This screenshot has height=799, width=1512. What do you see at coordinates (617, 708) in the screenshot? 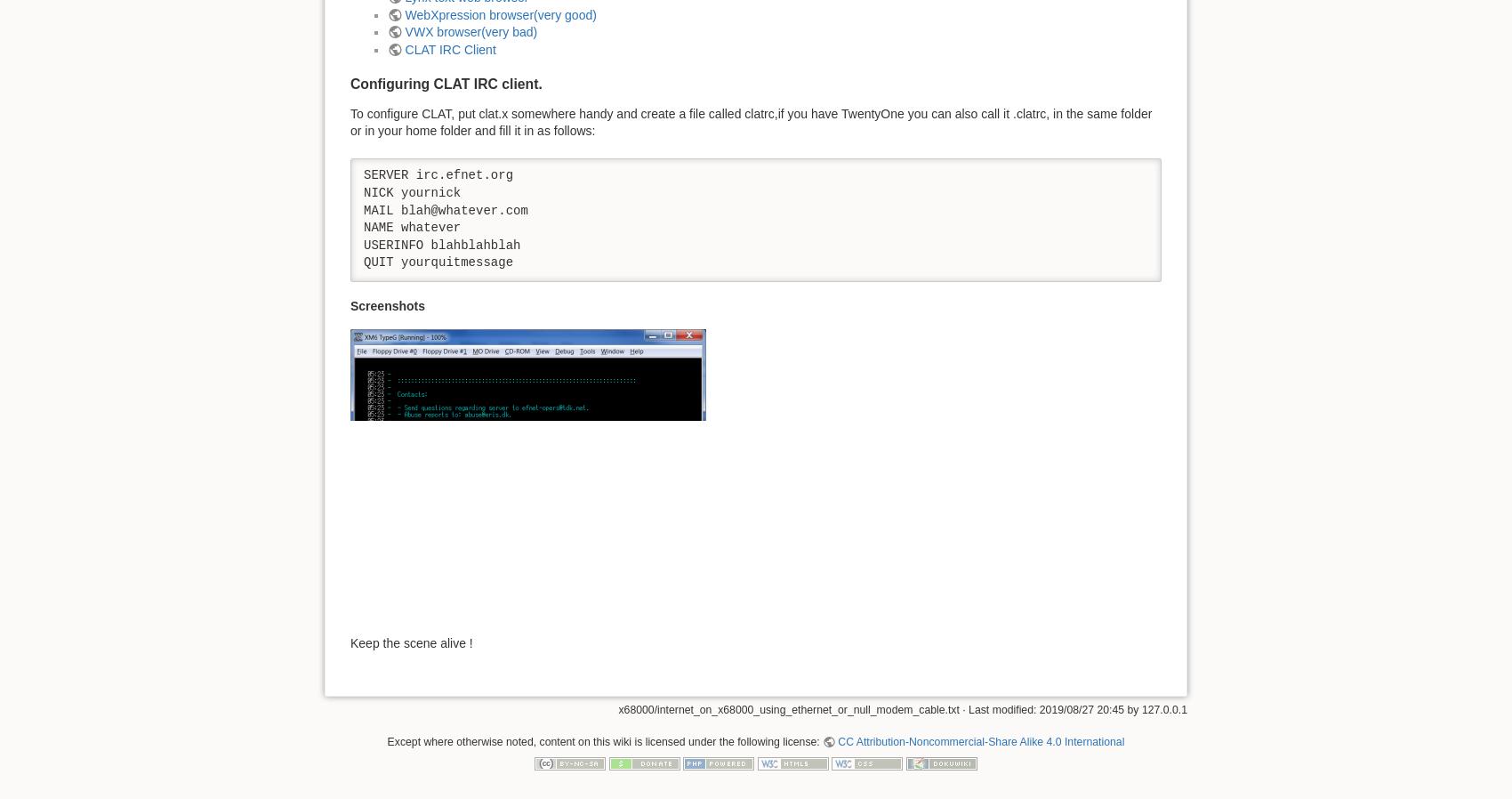
I see `'x68000/internet_on_x68000_using_ethernet_or_null_modem_cable.txt'` at bounding box center [617, 708].